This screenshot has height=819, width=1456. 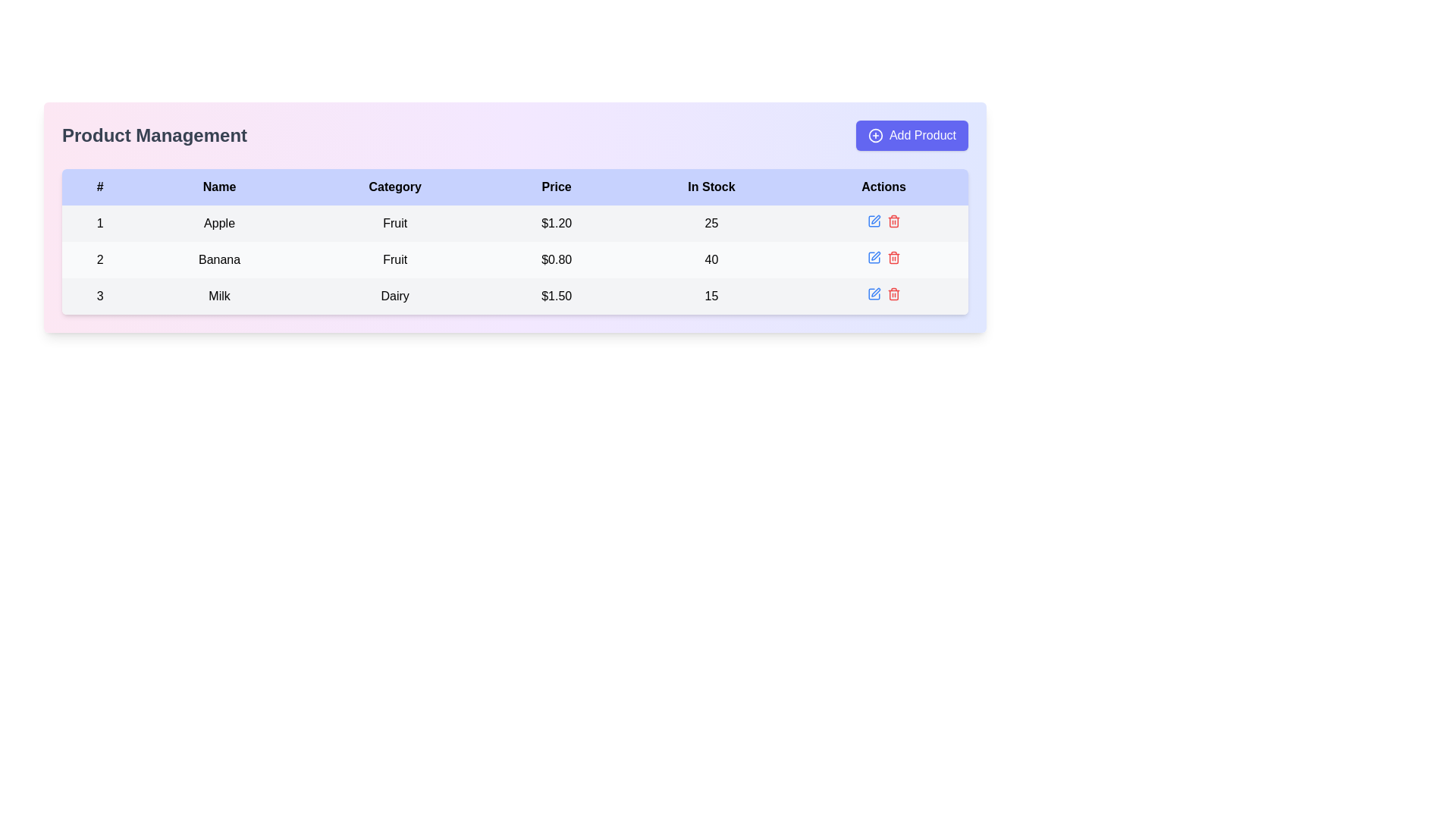 I want to click on the Table Header Cell element displaying the text '#' located in the top-left corner of the table header row, so click(x=99, y=186).